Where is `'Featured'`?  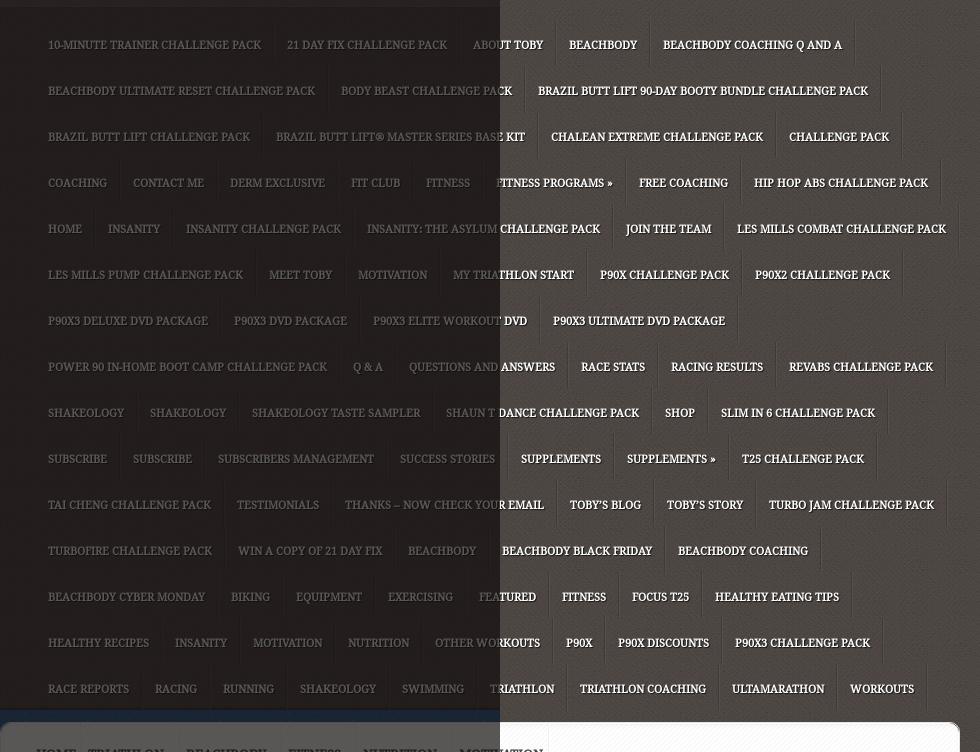 'Featured' is located at coordinates (507, 597).